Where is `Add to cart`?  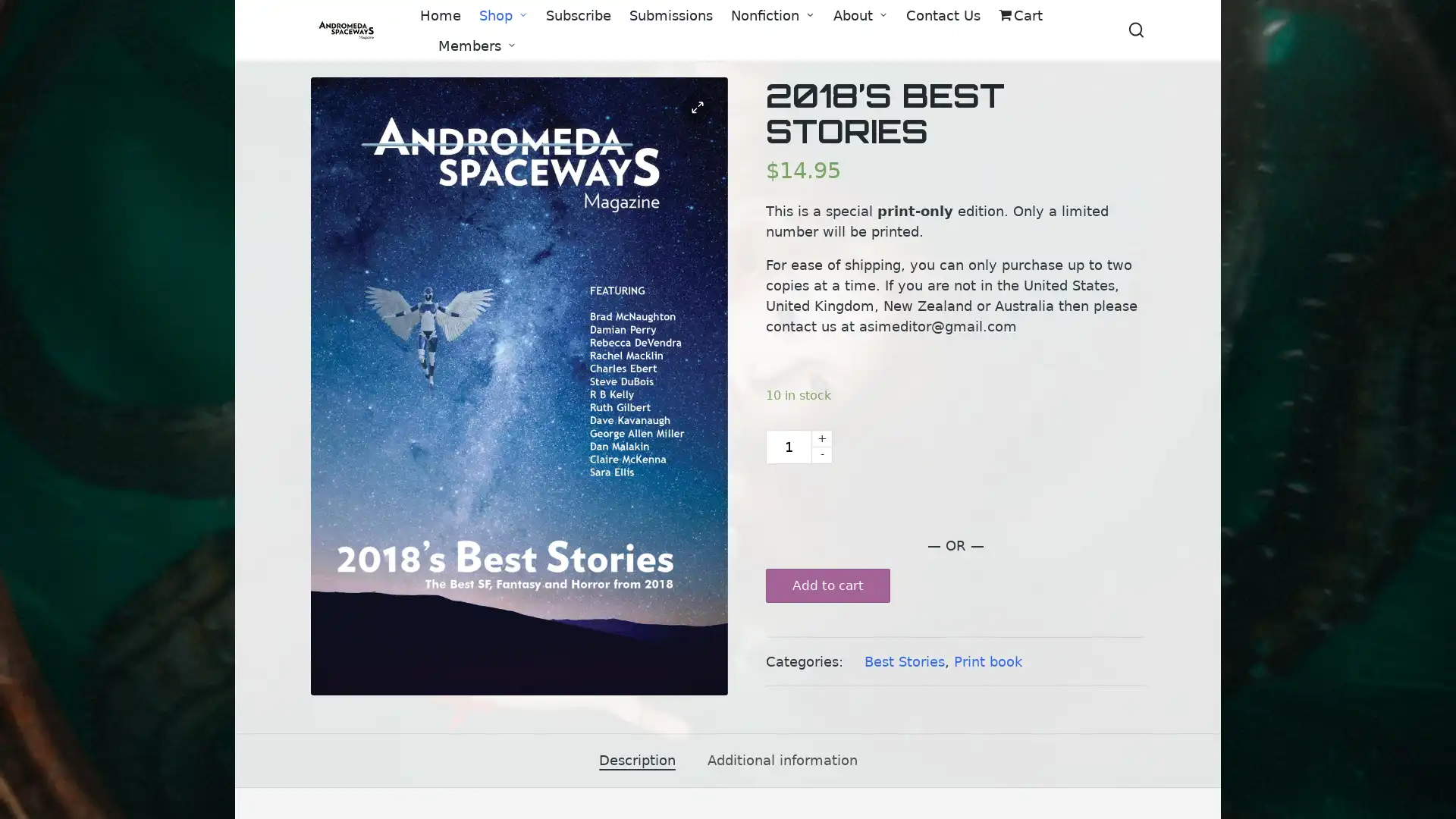 Add to cart is located at coordinates (827, 585).